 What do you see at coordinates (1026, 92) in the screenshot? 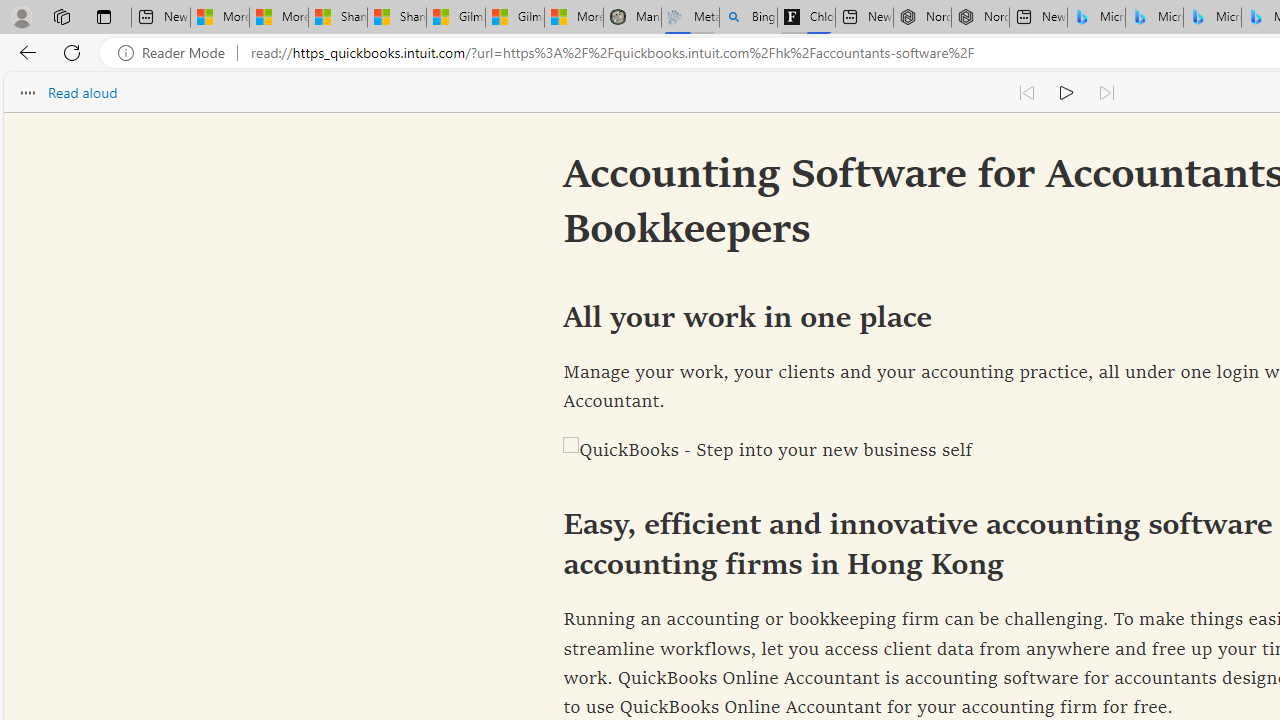
I see `'Read previous paragraph'` at bounding box center [1026, 92].